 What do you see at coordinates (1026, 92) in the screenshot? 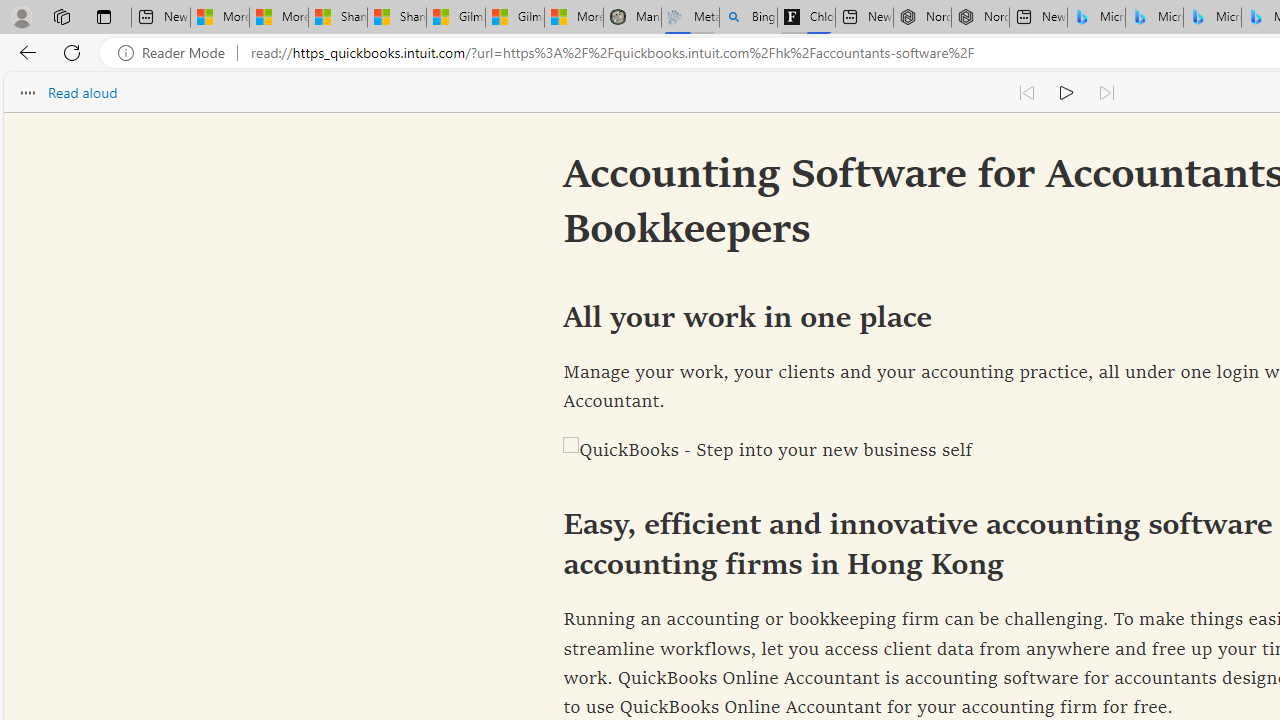
I see `'Read previous paragraph'` at bounding box center [1026, 92].